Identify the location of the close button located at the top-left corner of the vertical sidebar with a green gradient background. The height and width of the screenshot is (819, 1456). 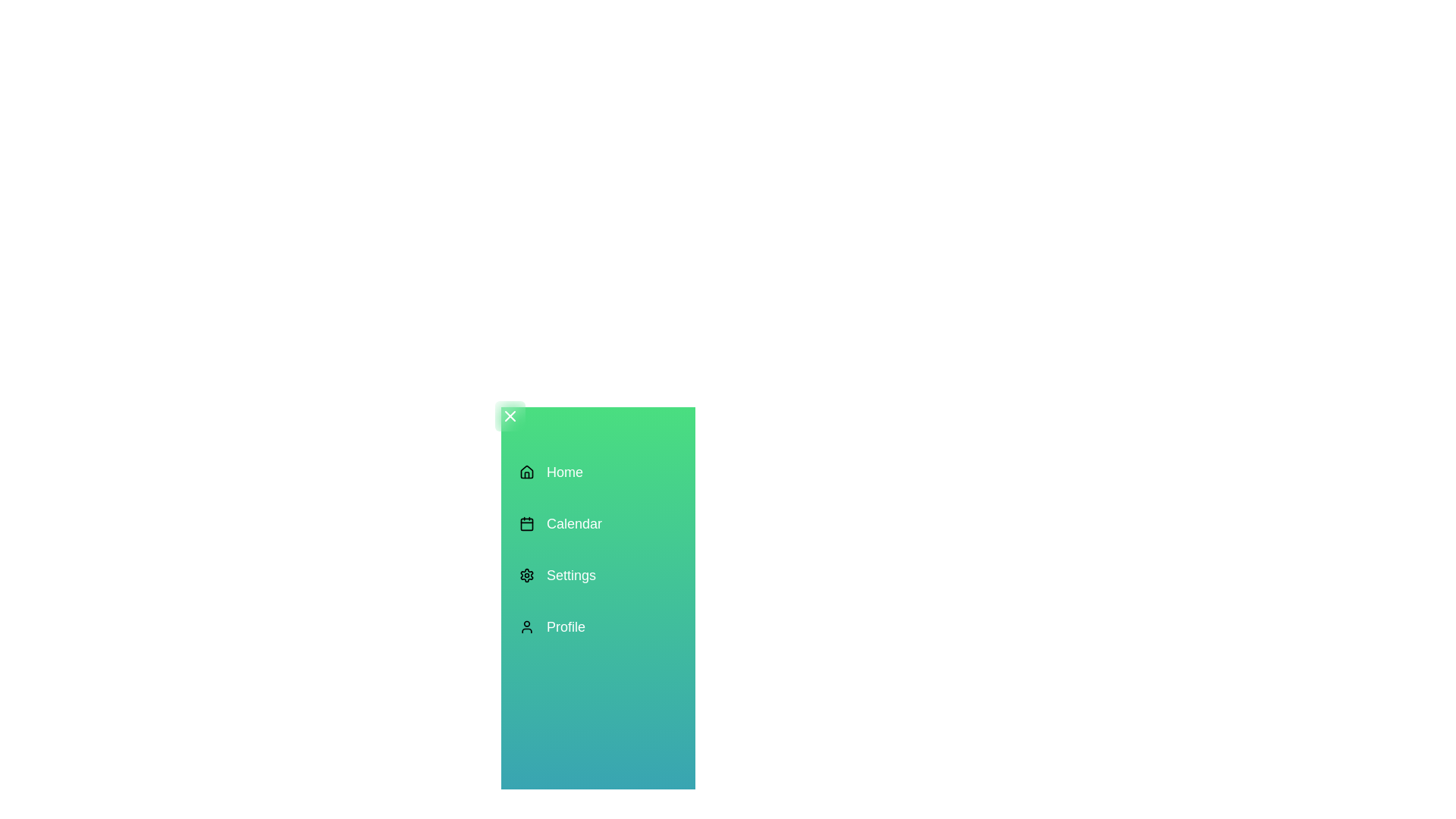
(510, 416).